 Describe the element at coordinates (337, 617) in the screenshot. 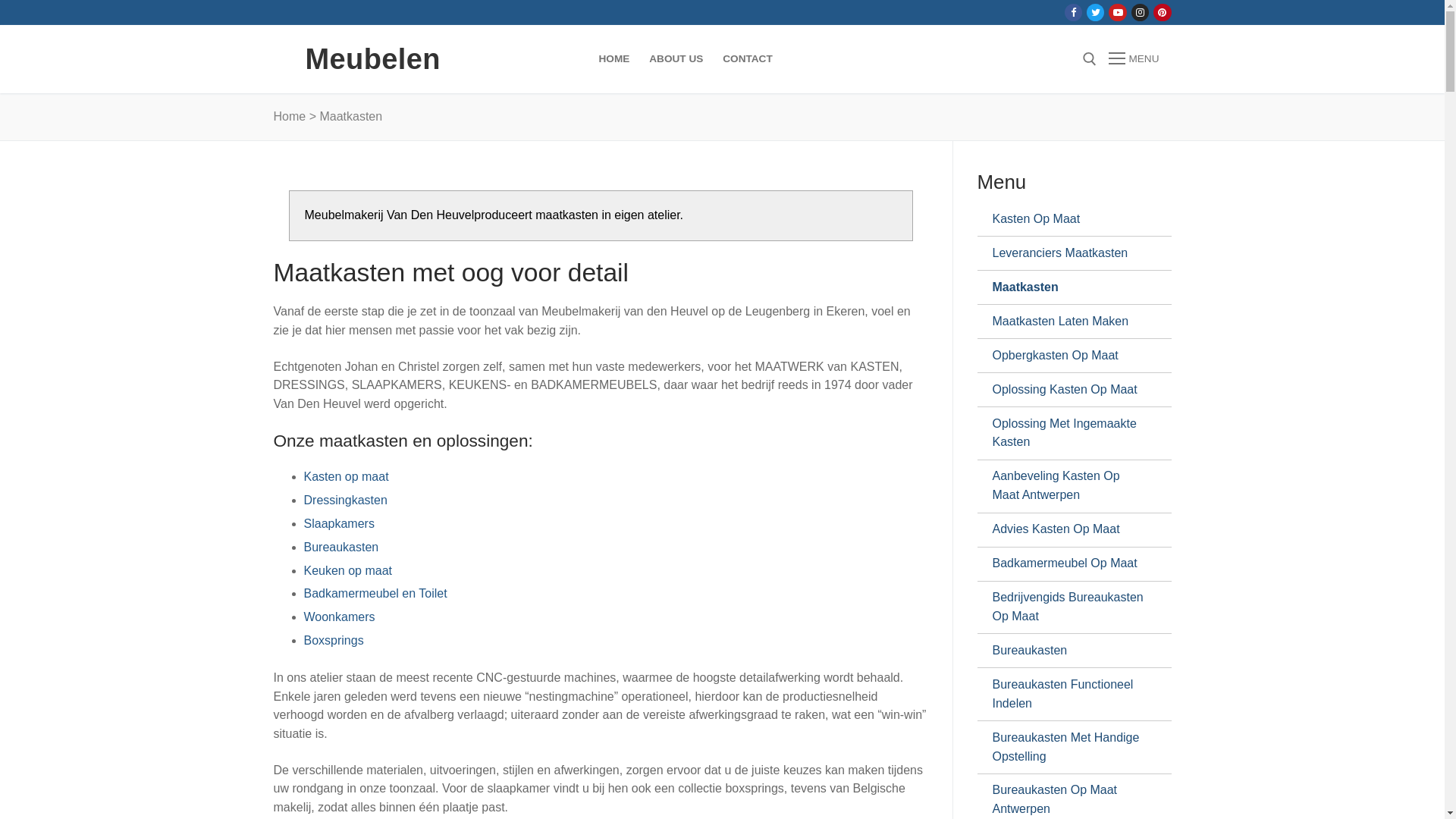

I see `'Woonkamers'` at that location.